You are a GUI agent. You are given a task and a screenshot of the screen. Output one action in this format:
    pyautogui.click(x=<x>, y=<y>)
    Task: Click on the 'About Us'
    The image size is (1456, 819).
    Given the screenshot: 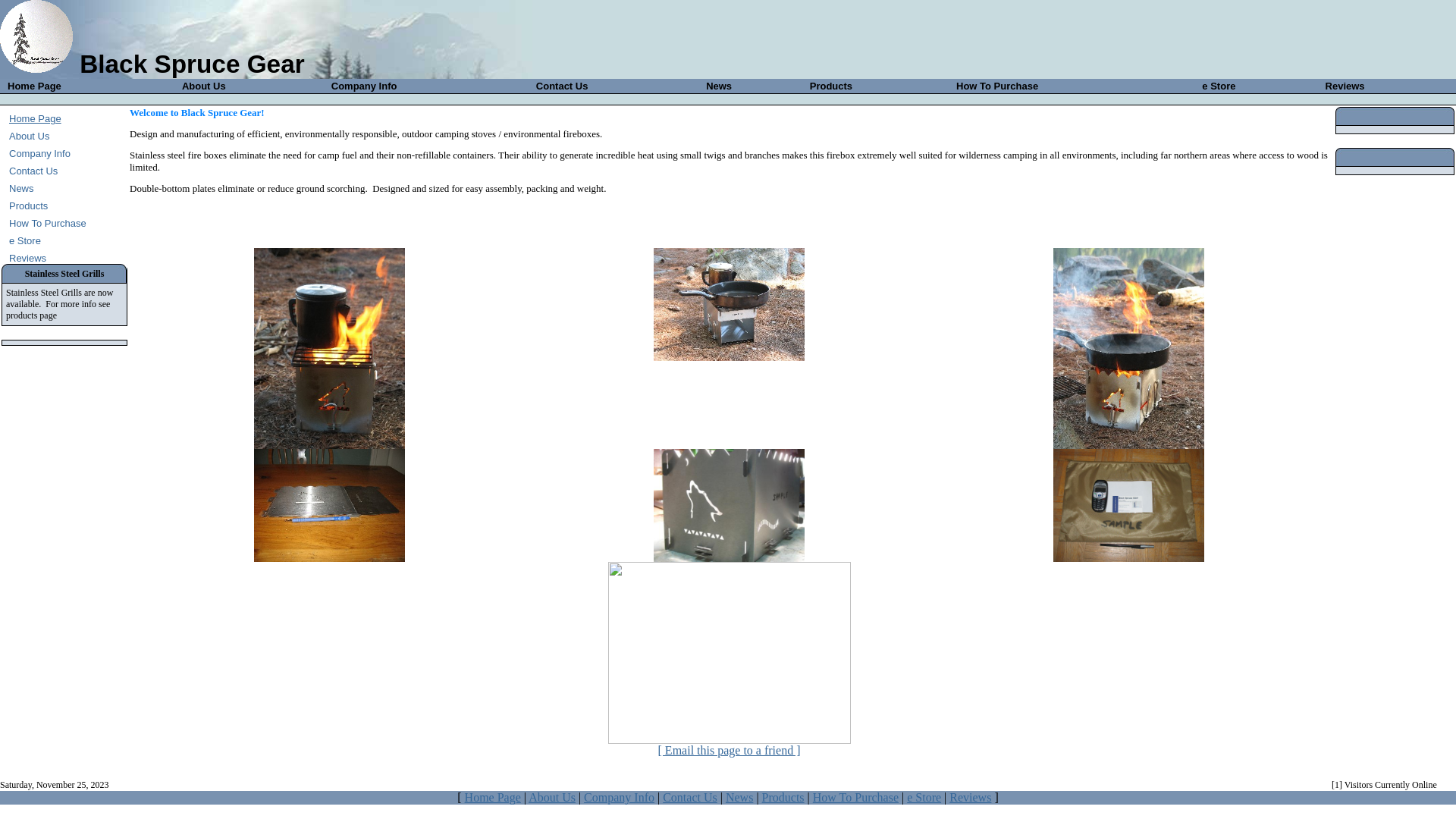 What is the action you would take?
    pyautogui.click(x=551, y=796)
    